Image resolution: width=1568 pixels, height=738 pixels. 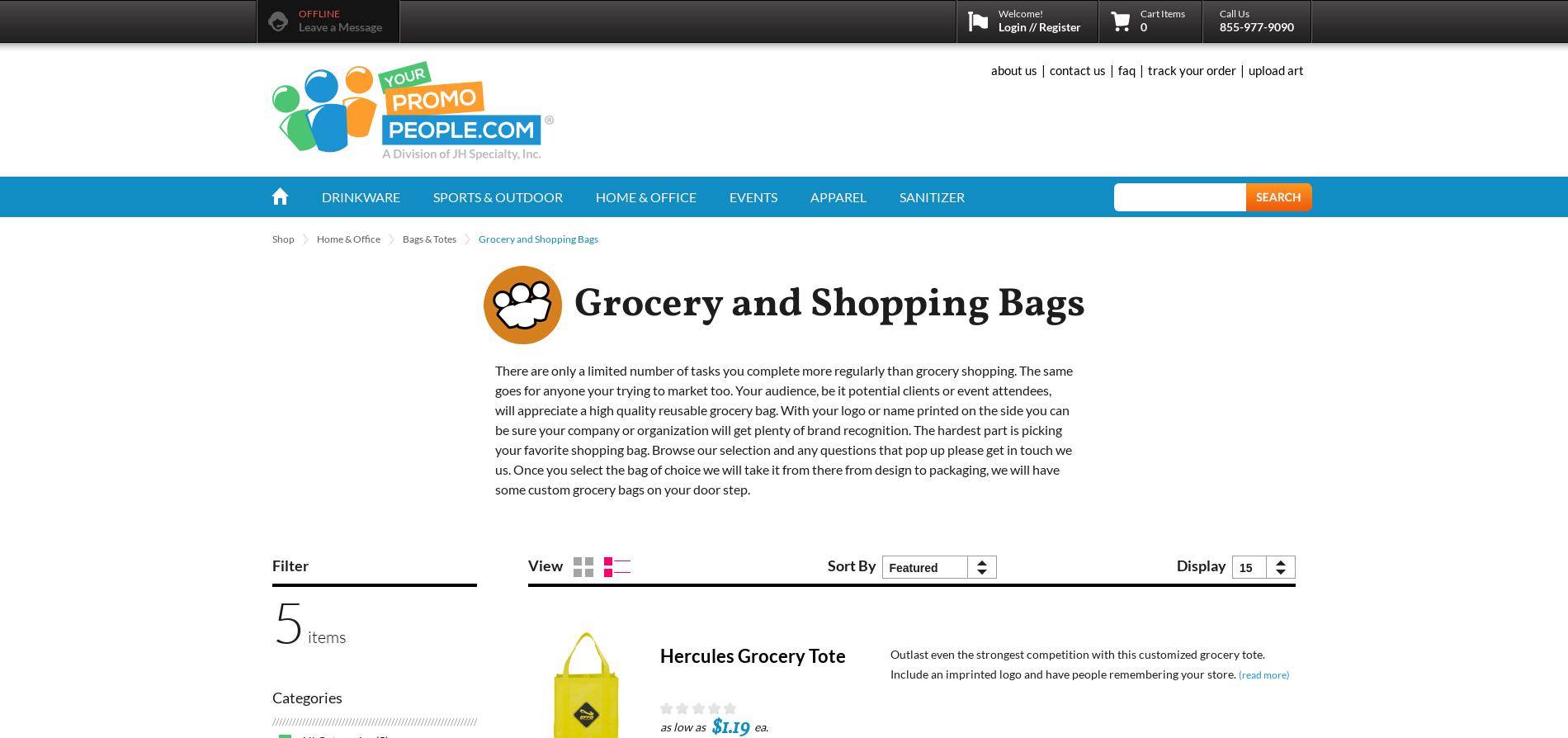 I want to click on 'contact us', so click(x=1077, y=70).